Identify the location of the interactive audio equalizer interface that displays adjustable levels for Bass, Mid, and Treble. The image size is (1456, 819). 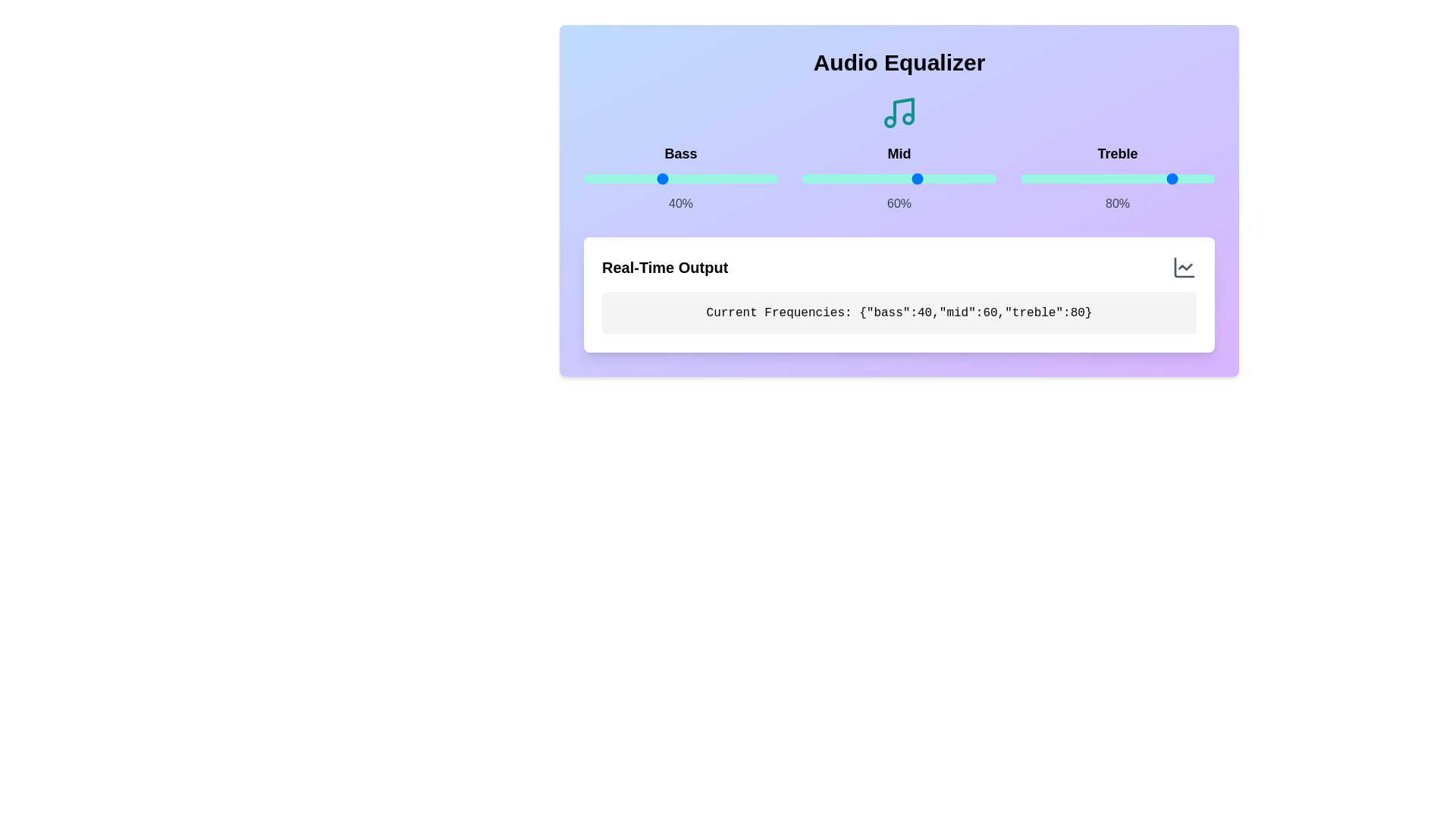
(899, 200).